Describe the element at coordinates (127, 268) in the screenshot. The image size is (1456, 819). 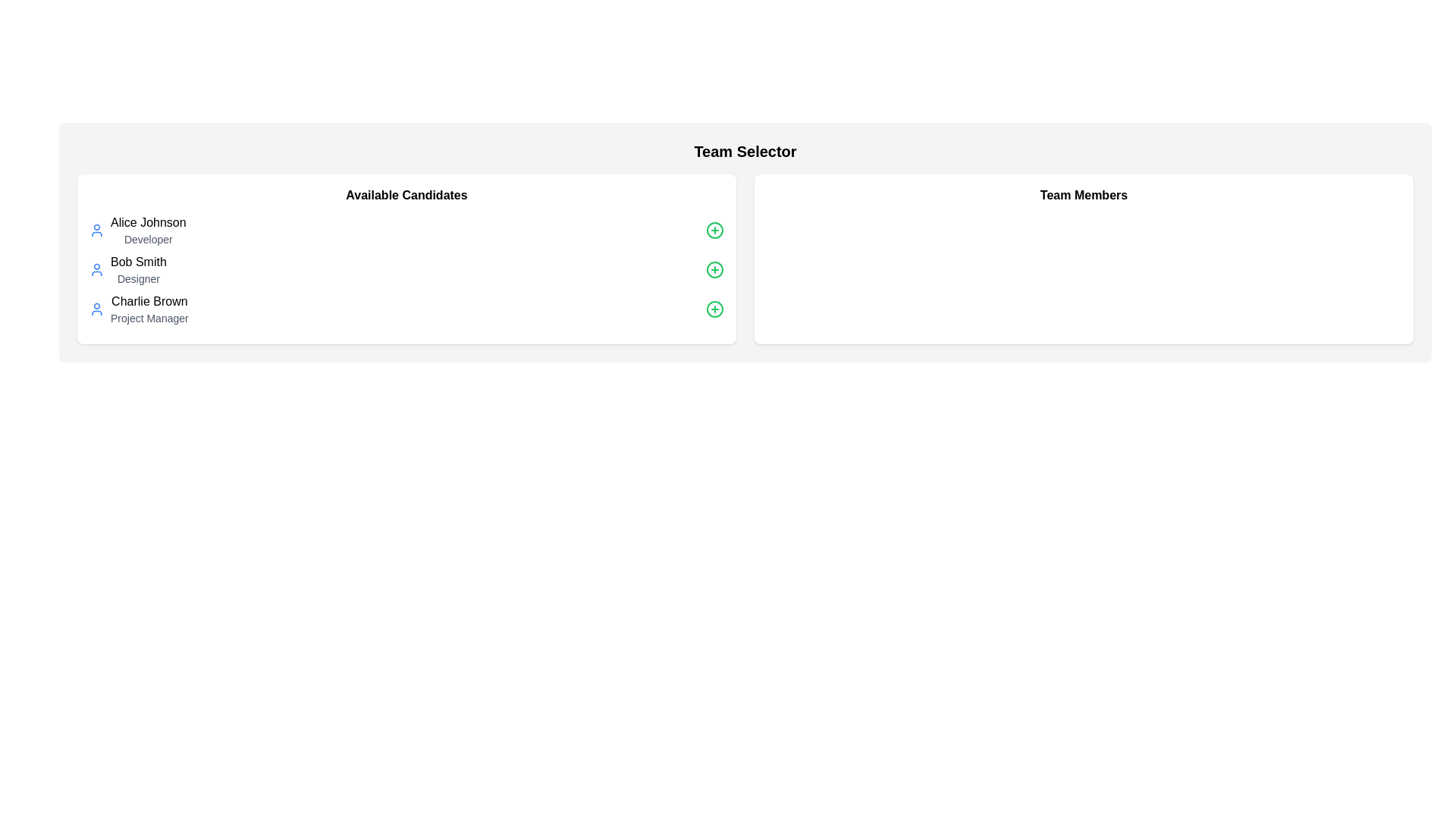
I see `the information display row for user 'Bob Smith', which includes the name in bold and role 'Designer' below it, positioned as the second entry in the list of candidates` at that location.